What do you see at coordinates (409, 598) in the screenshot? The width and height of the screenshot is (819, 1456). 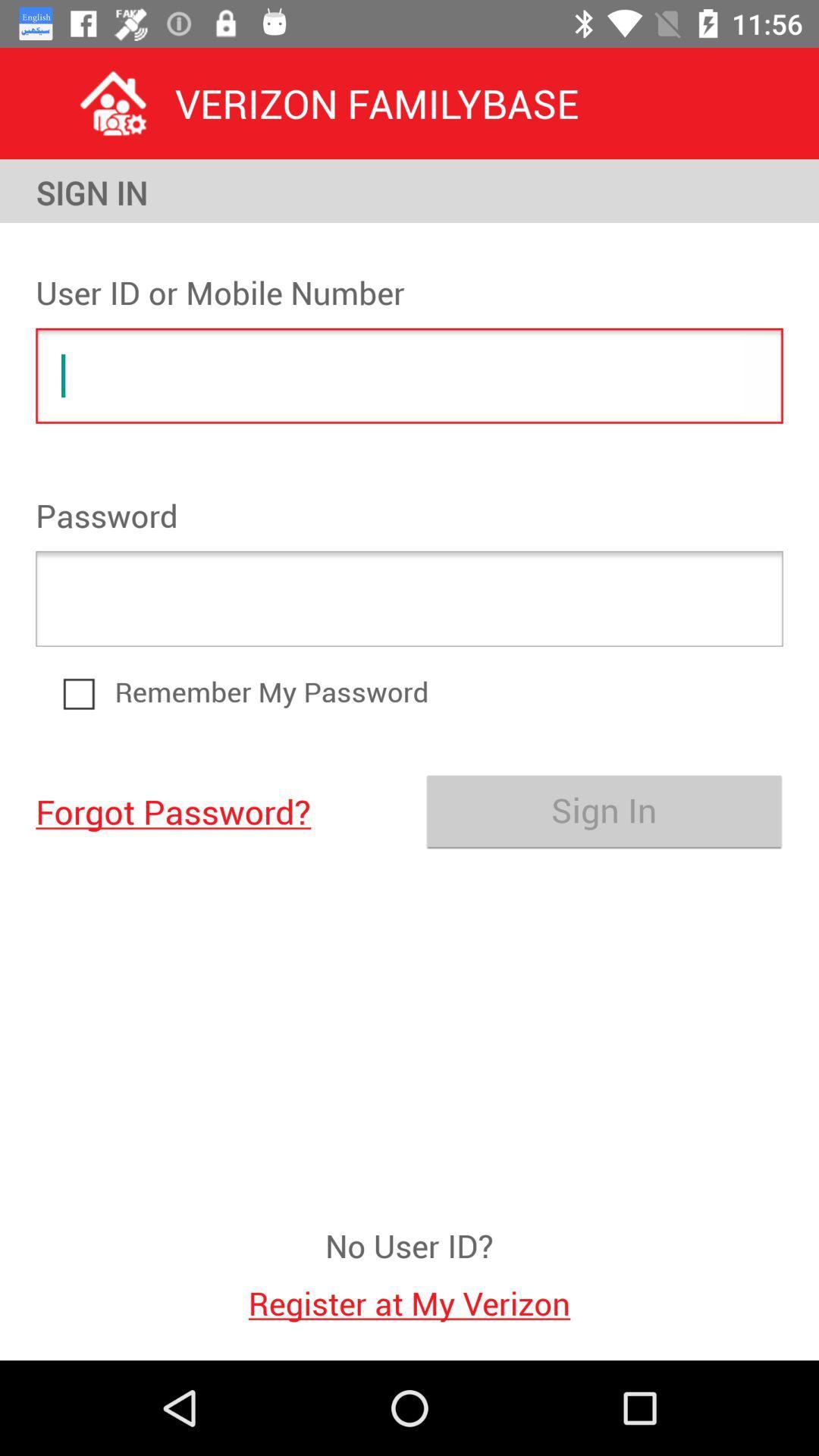 I see `put cursor in password section` at bounding box center [409, 598].